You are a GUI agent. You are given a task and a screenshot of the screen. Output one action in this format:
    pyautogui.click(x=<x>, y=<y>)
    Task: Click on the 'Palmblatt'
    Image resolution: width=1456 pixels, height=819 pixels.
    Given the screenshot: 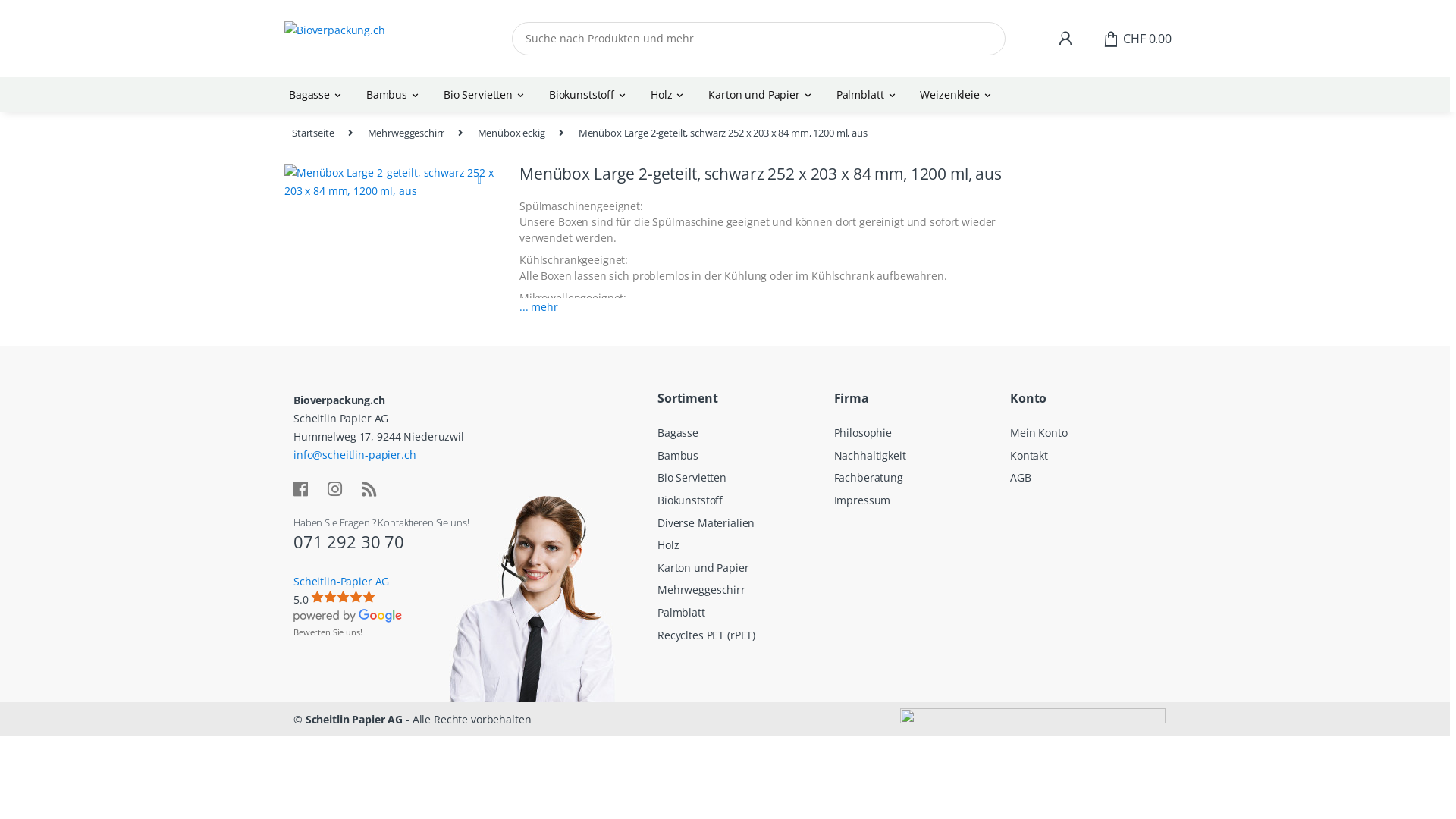 What is the action you would take?
    pyautogui.click(x=680, y=611)
    